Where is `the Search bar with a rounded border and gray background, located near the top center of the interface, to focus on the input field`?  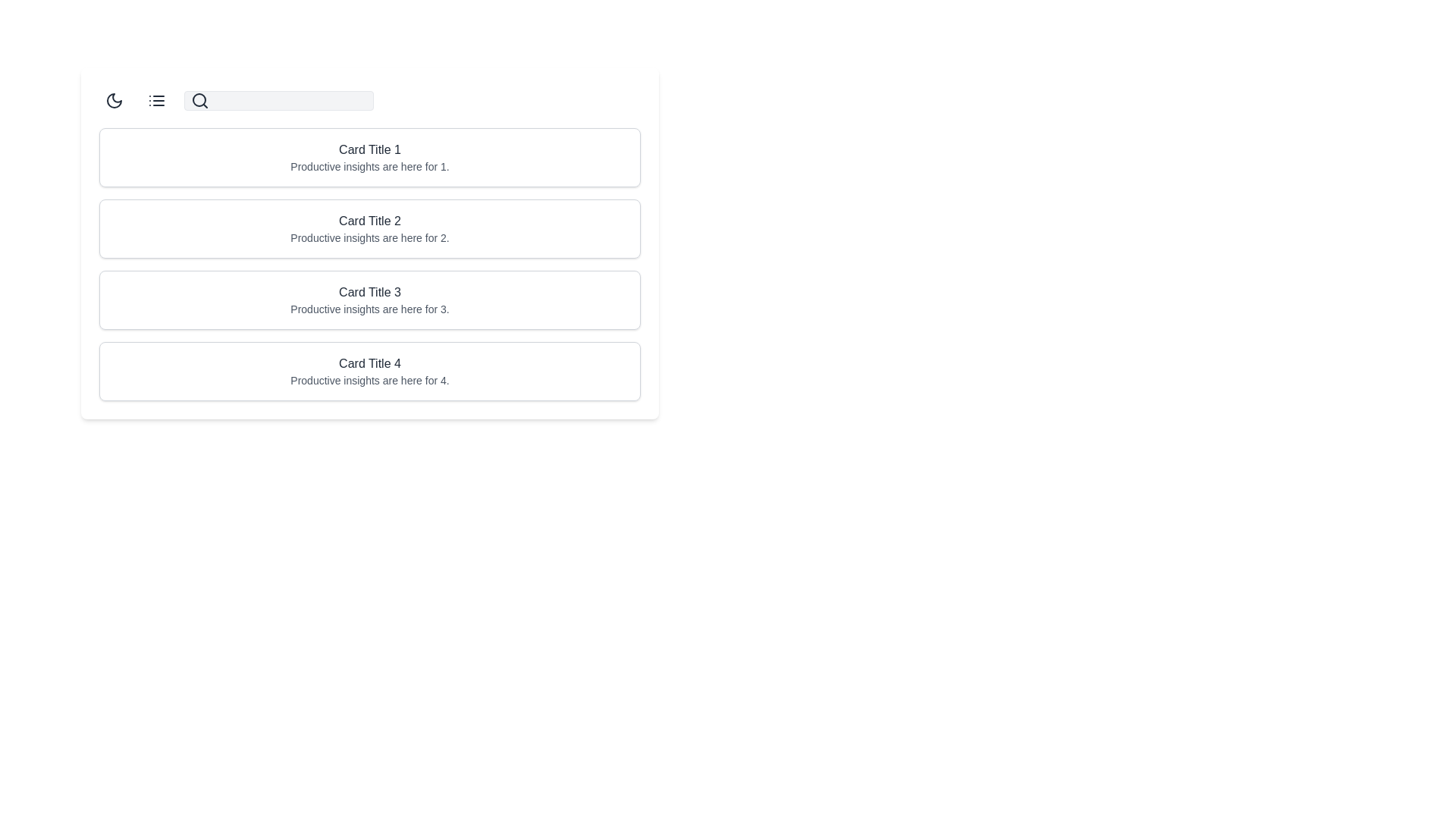 the Search bar with a rounded border and gray background, located near the top center of the interface, to focus on the input field is located at coordinates (279, 100).